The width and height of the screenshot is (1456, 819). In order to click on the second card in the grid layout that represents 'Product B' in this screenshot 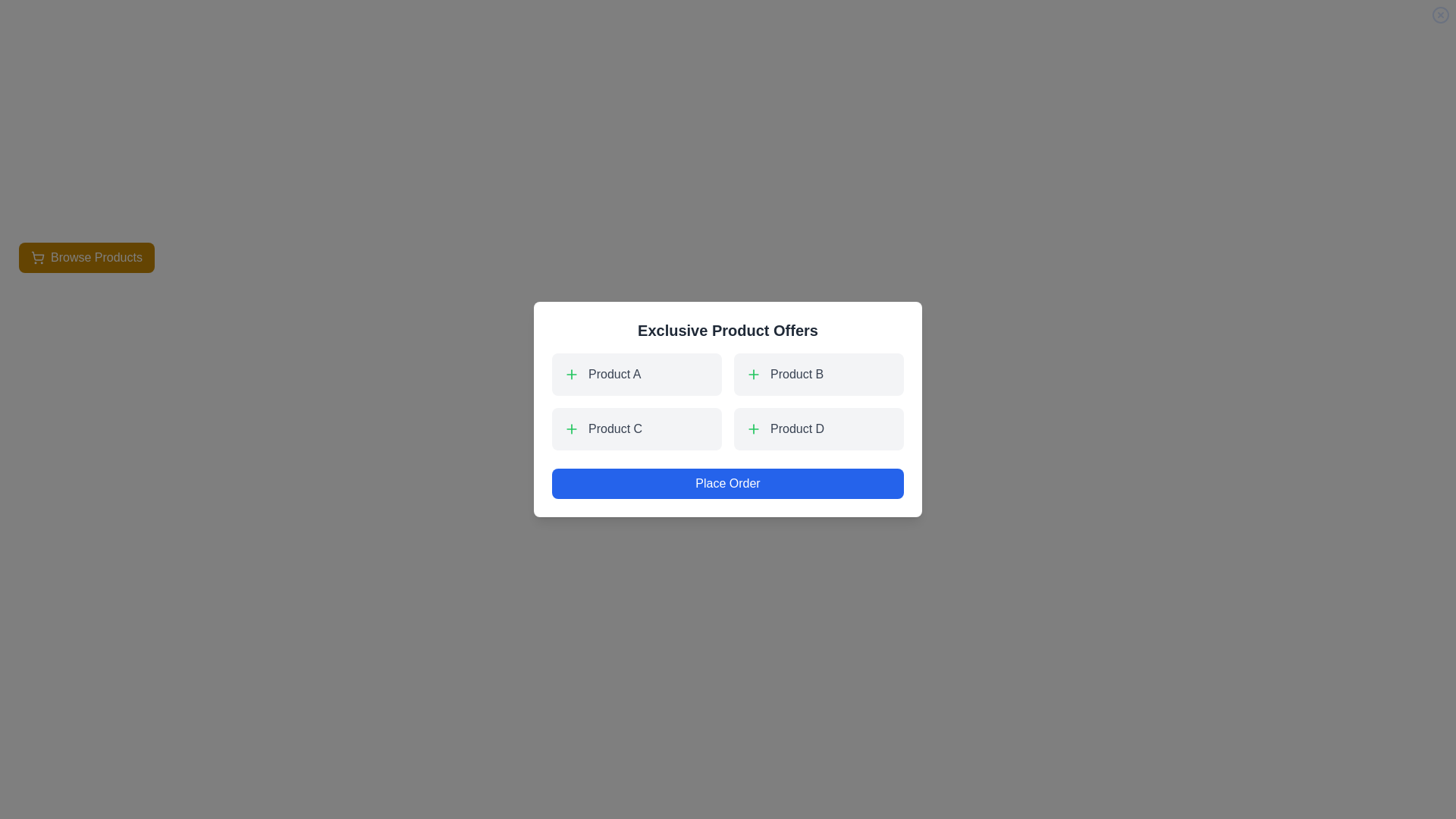, I will do `click(818, 374)`.